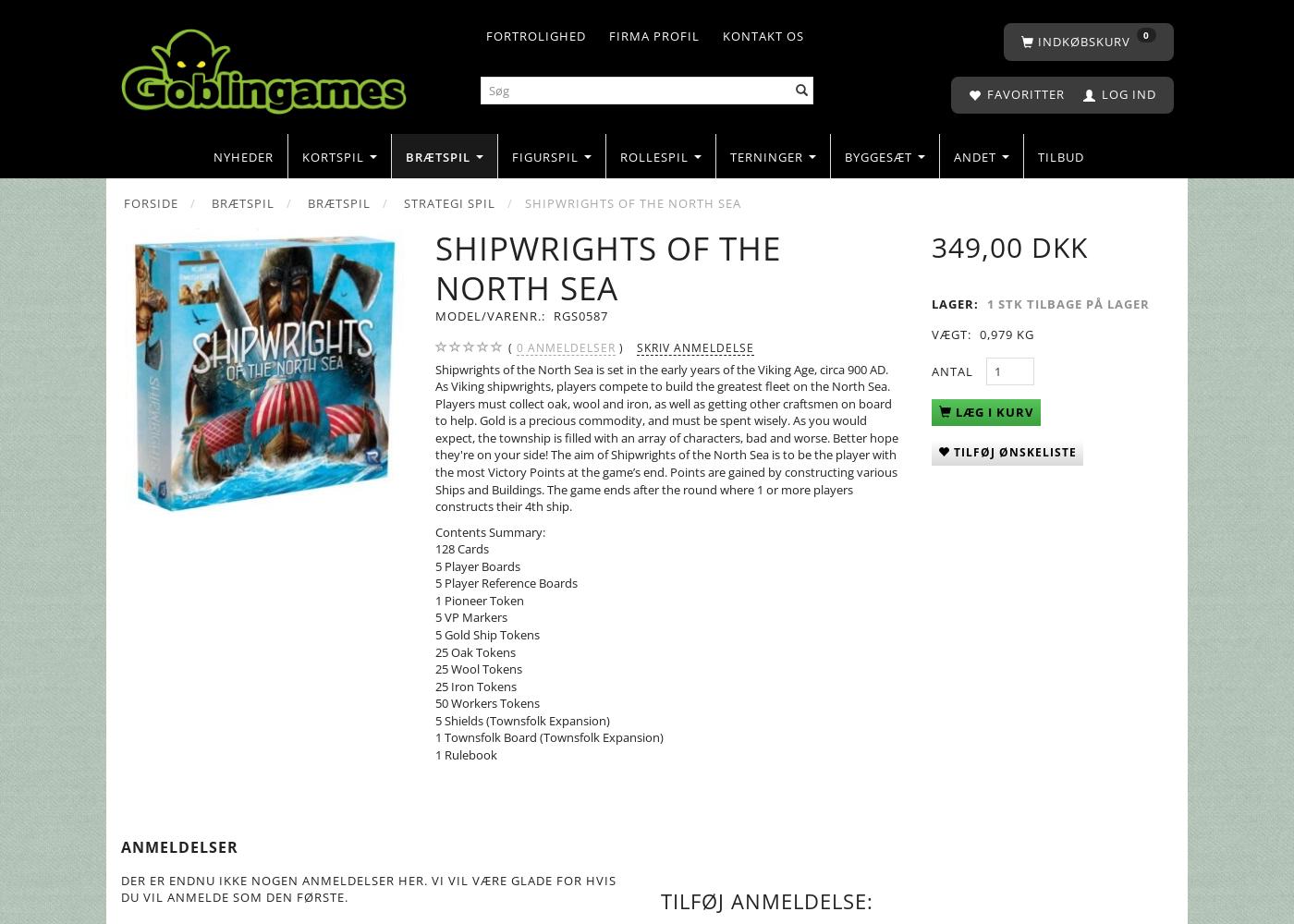  Describe the element at coordinates (151, 201) in the screenshot. I see `'Forside'` at that location.